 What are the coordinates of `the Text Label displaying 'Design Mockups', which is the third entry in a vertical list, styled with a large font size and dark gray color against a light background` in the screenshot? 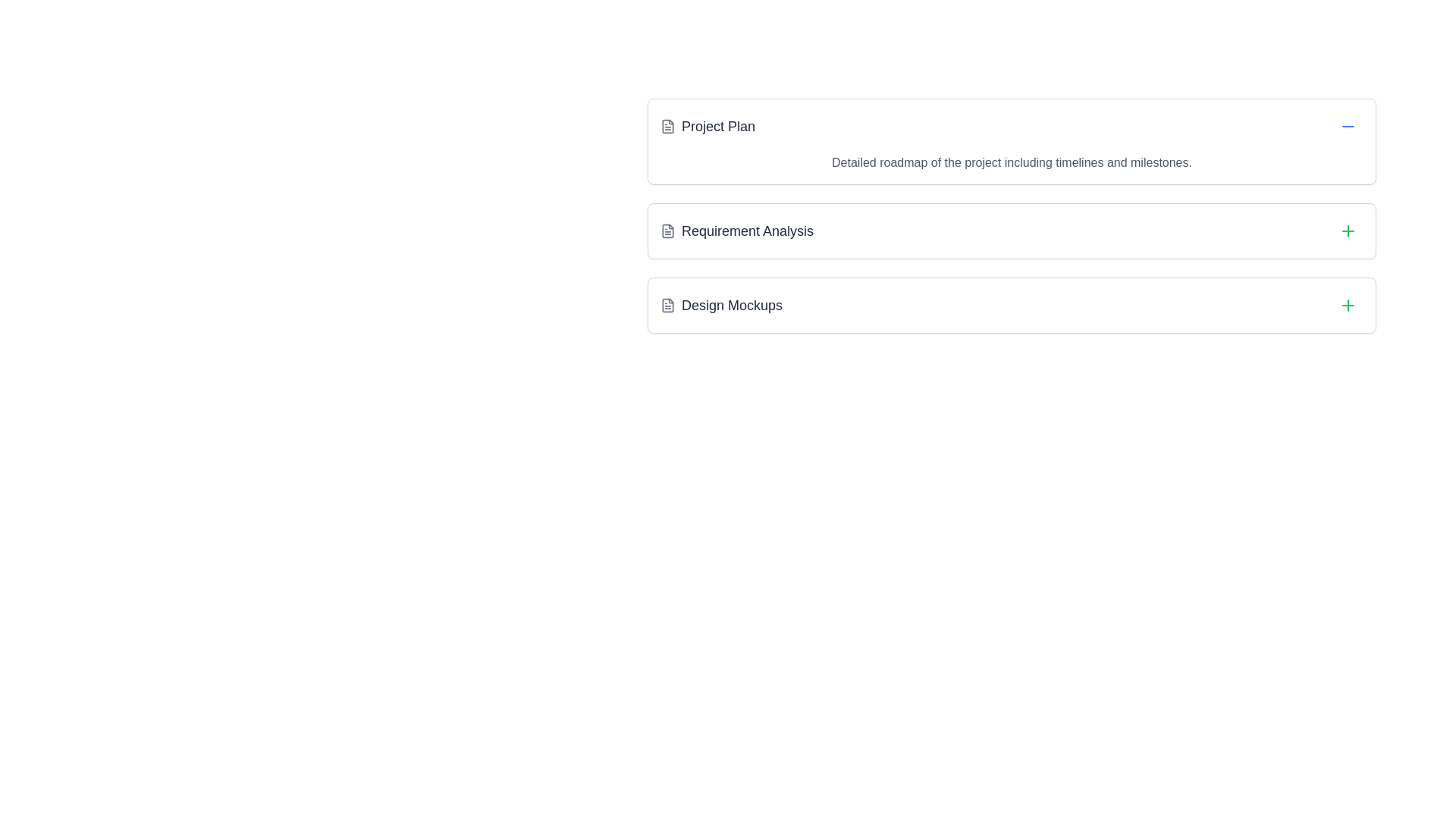 It's located at (732, 305).